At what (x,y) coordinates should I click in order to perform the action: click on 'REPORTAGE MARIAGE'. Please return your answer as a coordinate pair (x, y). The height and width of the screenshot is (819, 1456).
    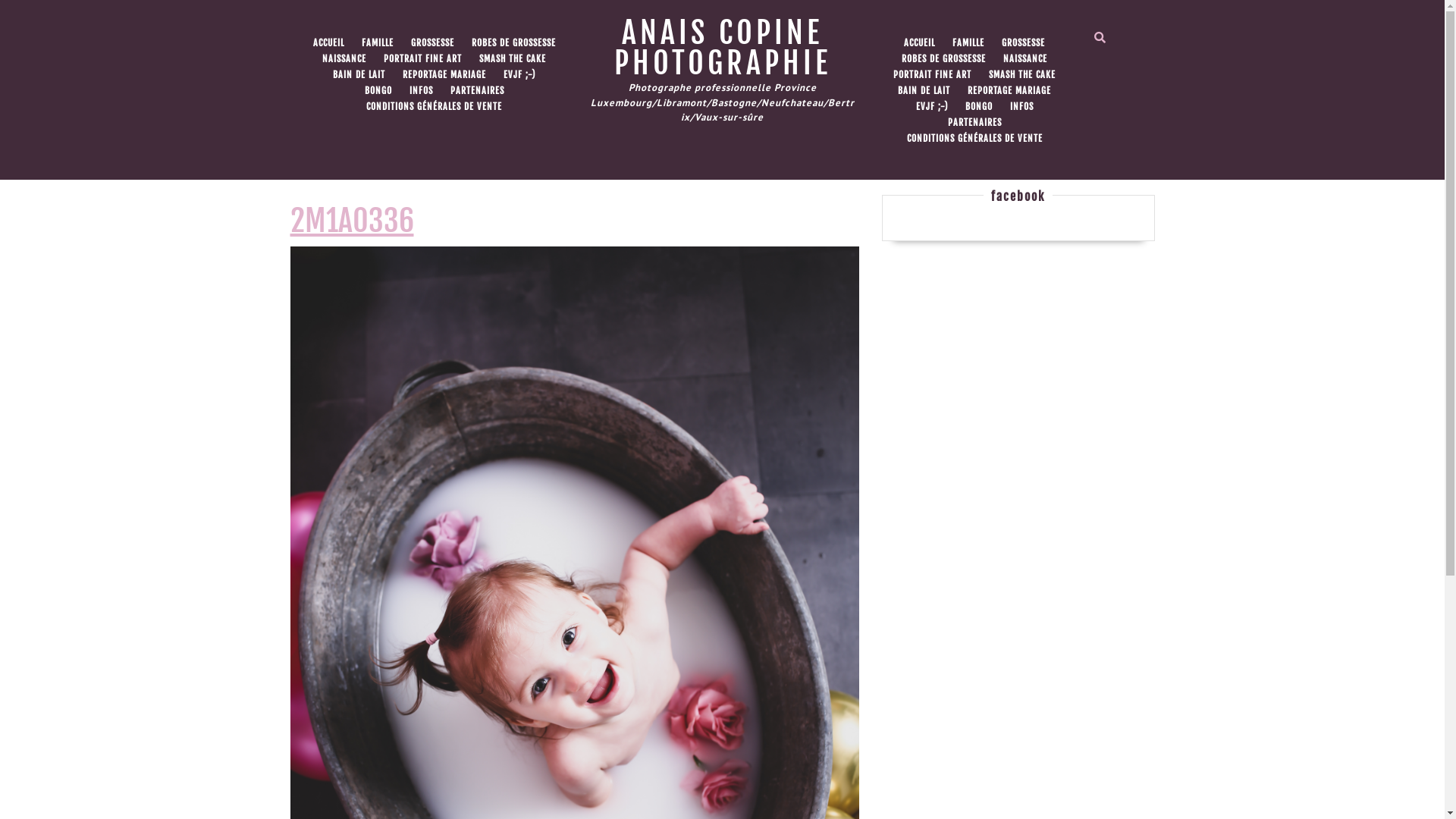
    Looking at the image, I should click on (395, 75).